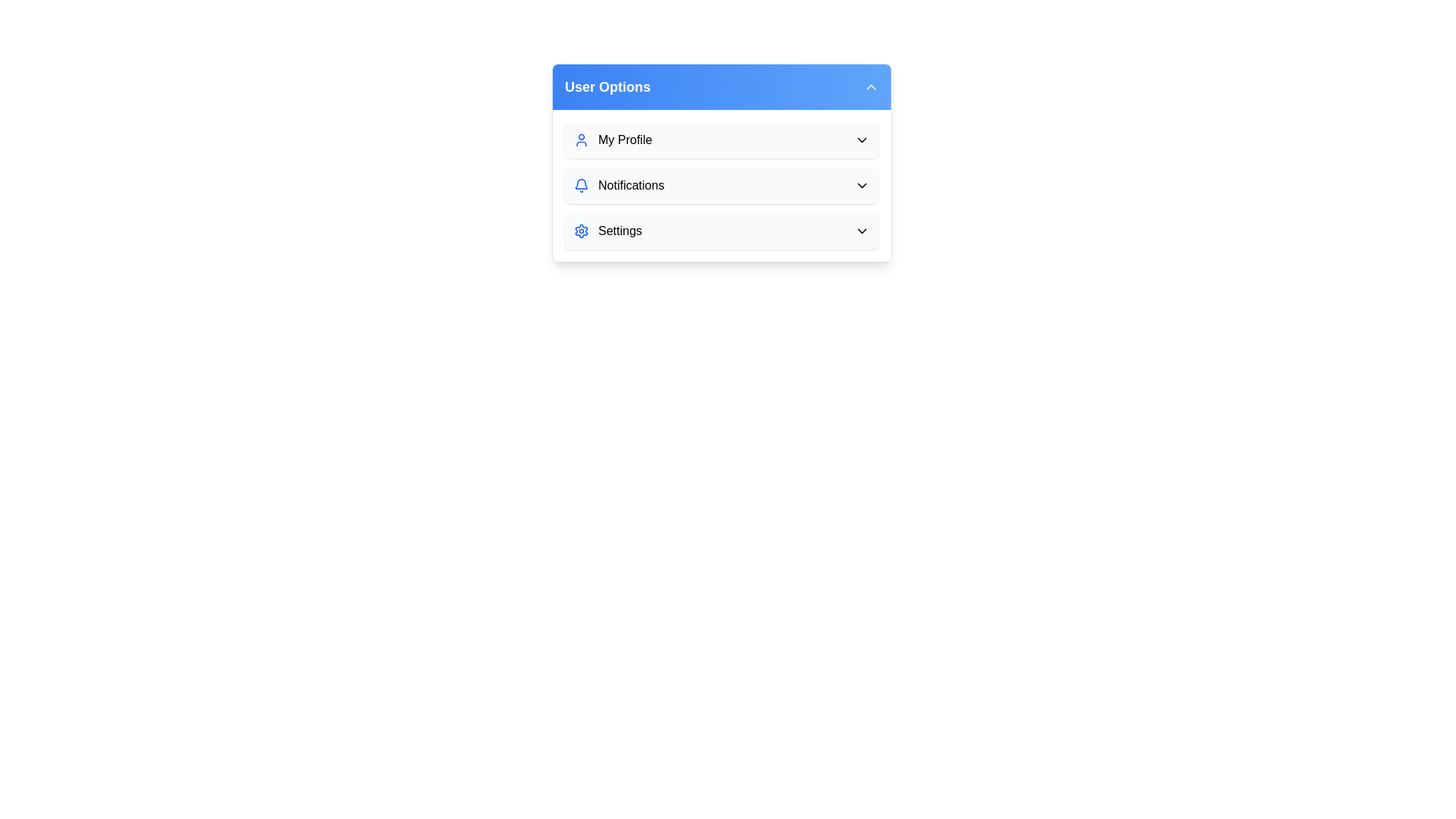 The width and height of the screenshot is (1456, 819). What do you see at coordinates (720, 163) in the screenshot?
I see `the 'User Options' dropdown menu group, focusing on the 'Notifications' option which is the center of the element` at bounding box center [720, 163].